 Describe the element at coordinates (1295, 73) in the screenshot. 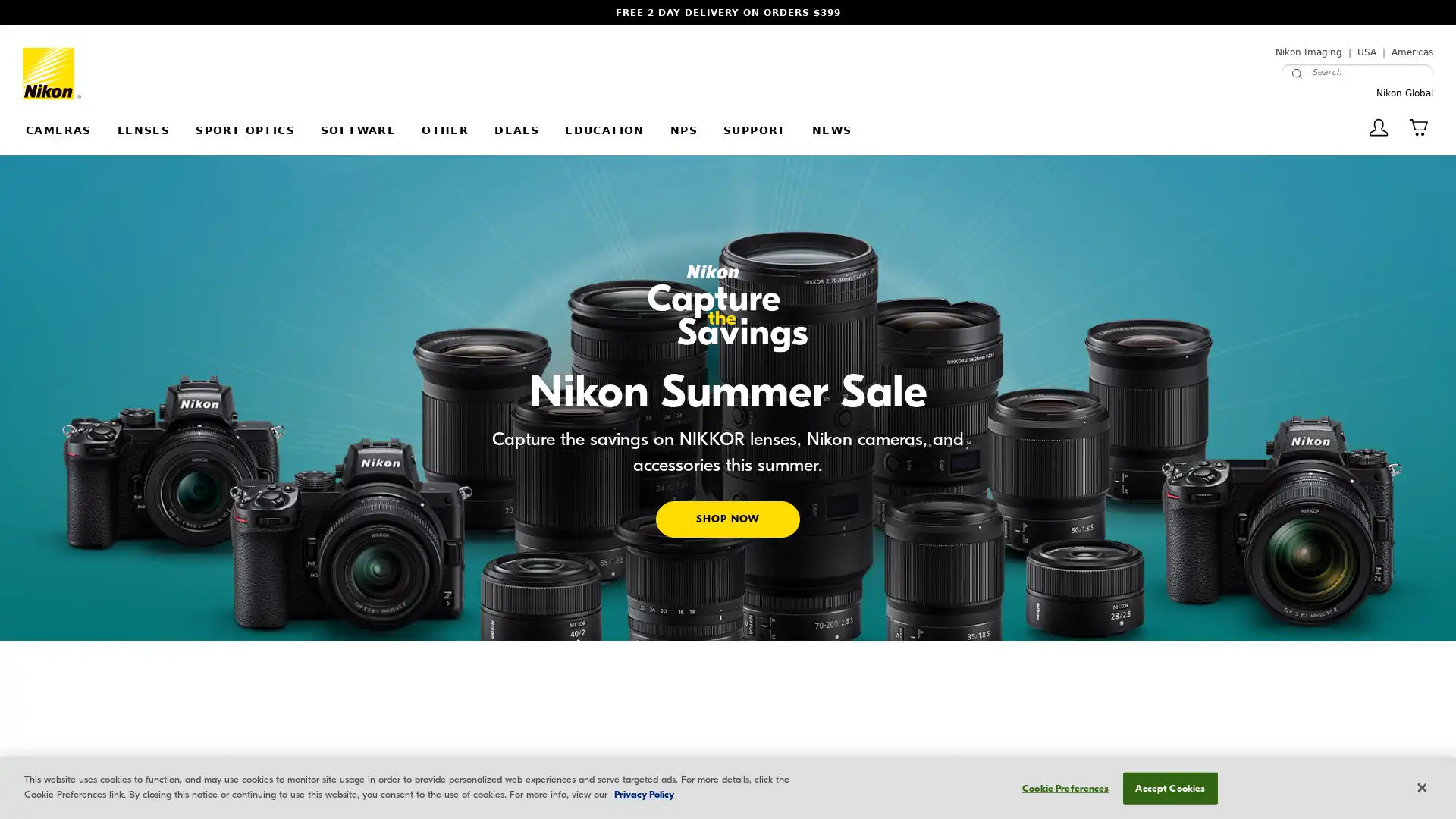

I see `Search` at that location.